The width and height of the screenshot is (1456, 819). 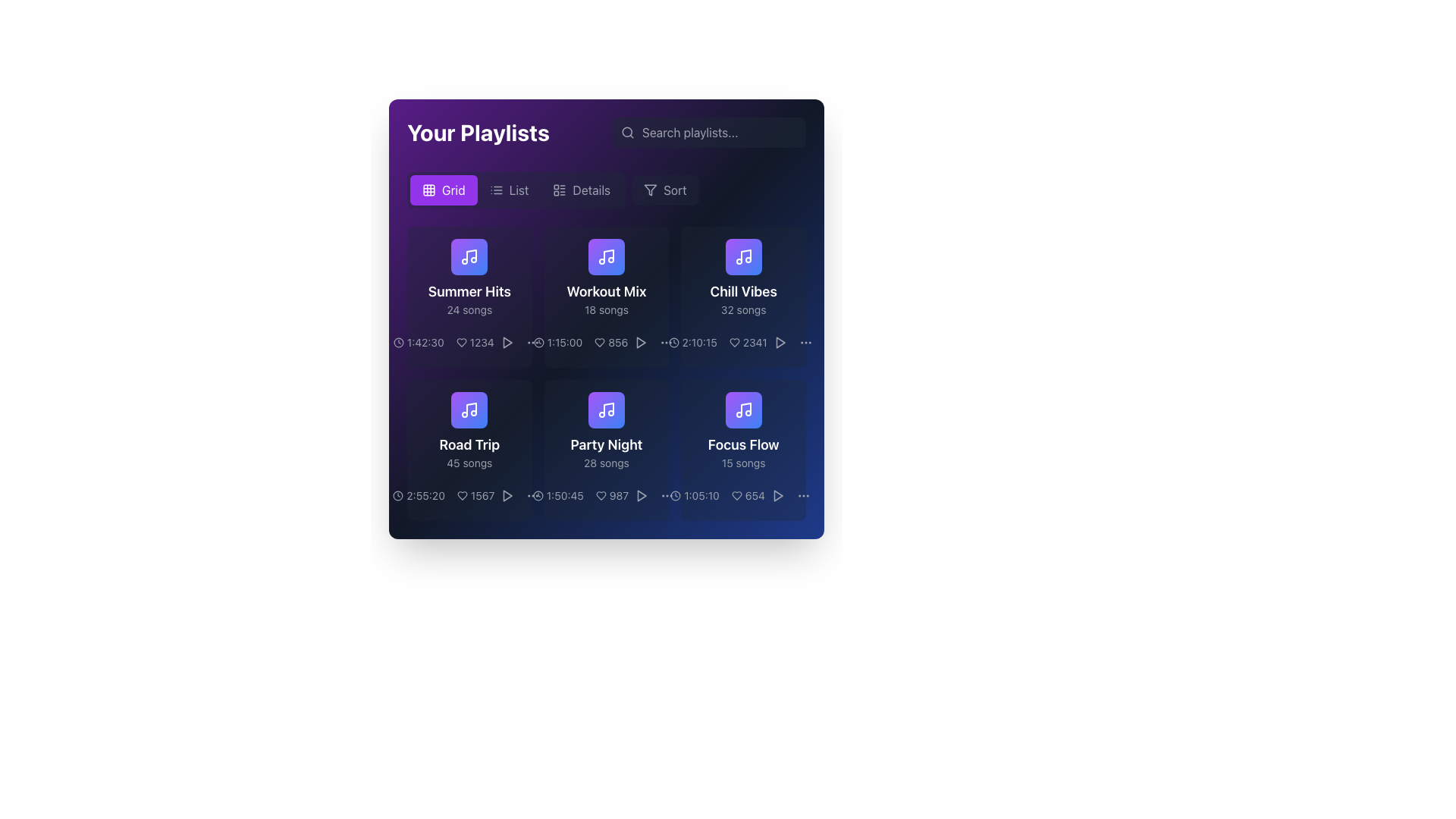 I want to click on the search bar by clicking the magnifying glass icon located to the left of the 'Search playlists...' input field, so click(x=628, y=131).